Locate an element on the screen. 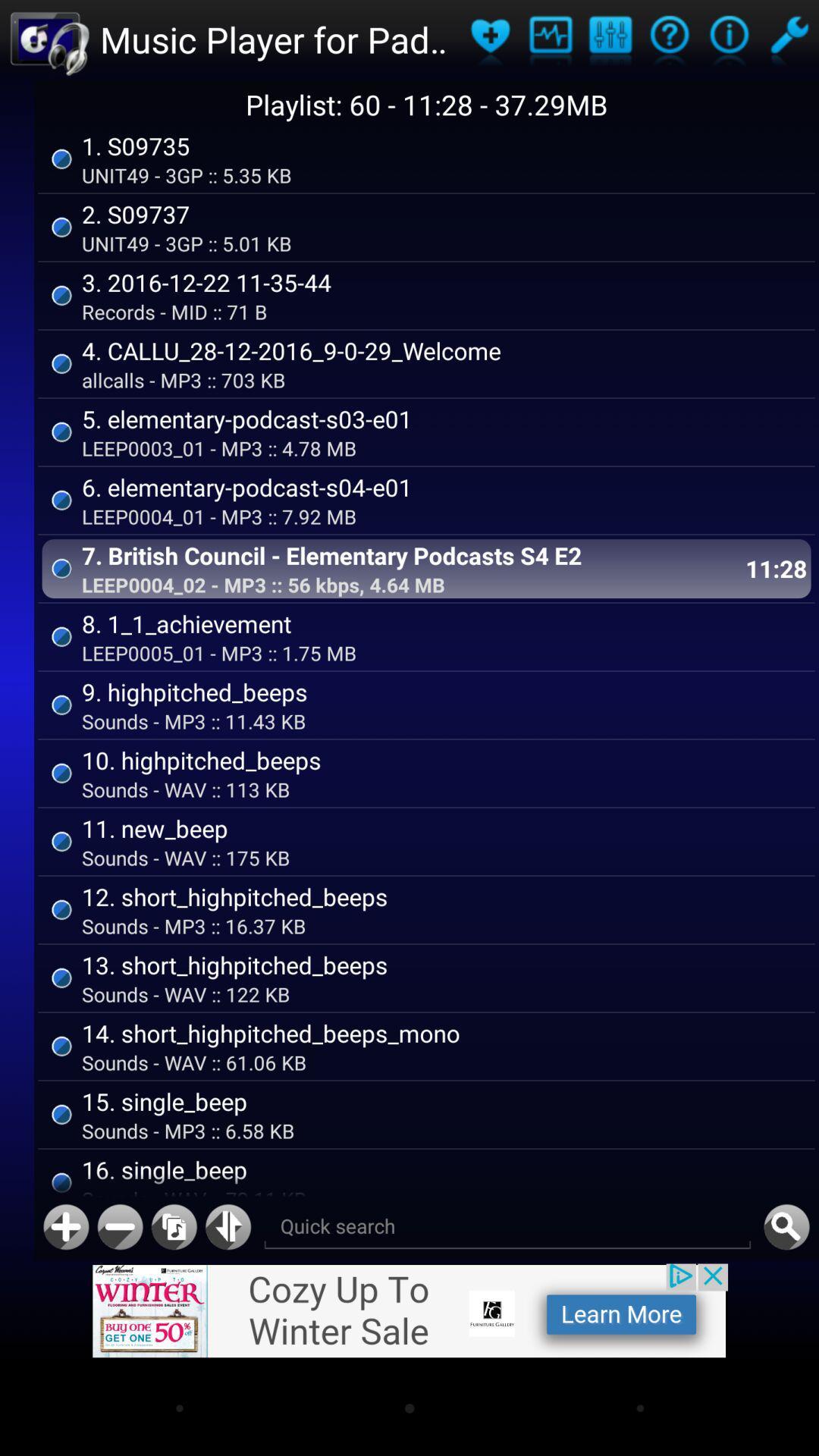 This screenshot has width=819, height=1456. quickly search for a song from the playlist is located at coordinates (786, 1227).